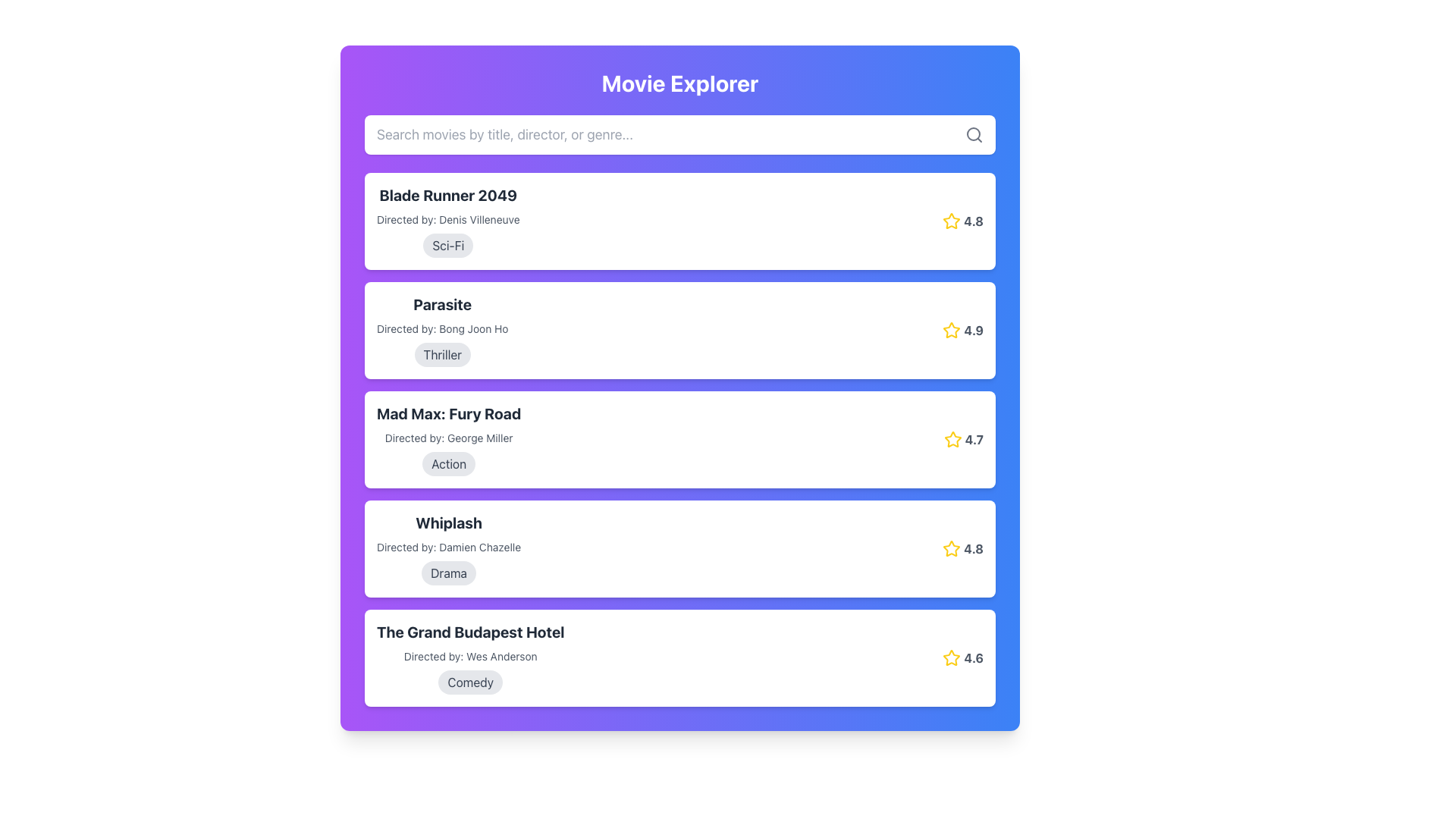  Describe the element at coordinates (447, 195) in the screenshot. I see `the bold and large text label reading 'Blade Runner 2049' located at the top of the first card in the movie list` at that location.